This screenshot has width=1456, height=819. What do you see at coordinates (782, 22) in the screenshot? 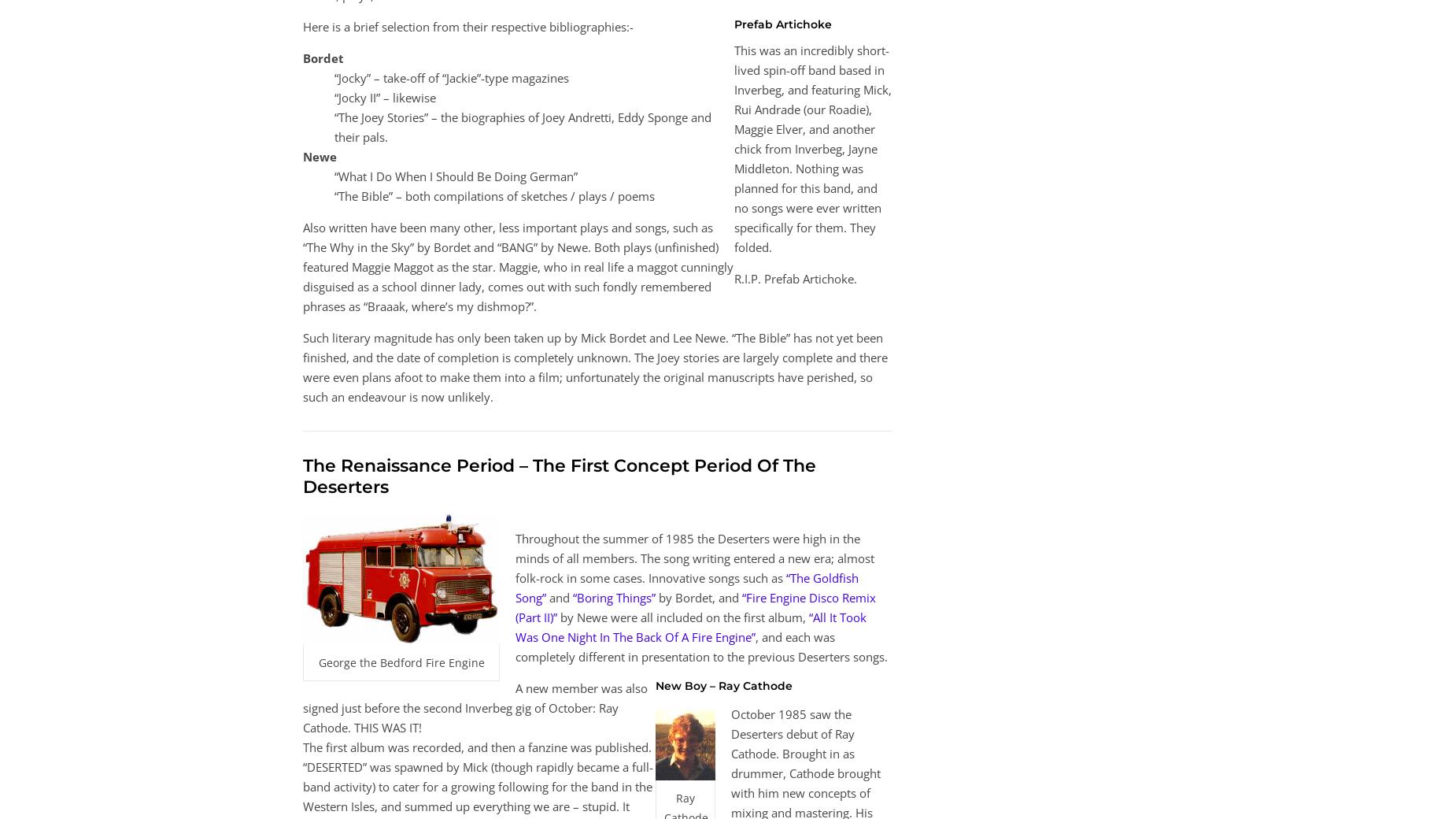
I see `'Prefab Artichoke'` at bounding box center [782, 22].